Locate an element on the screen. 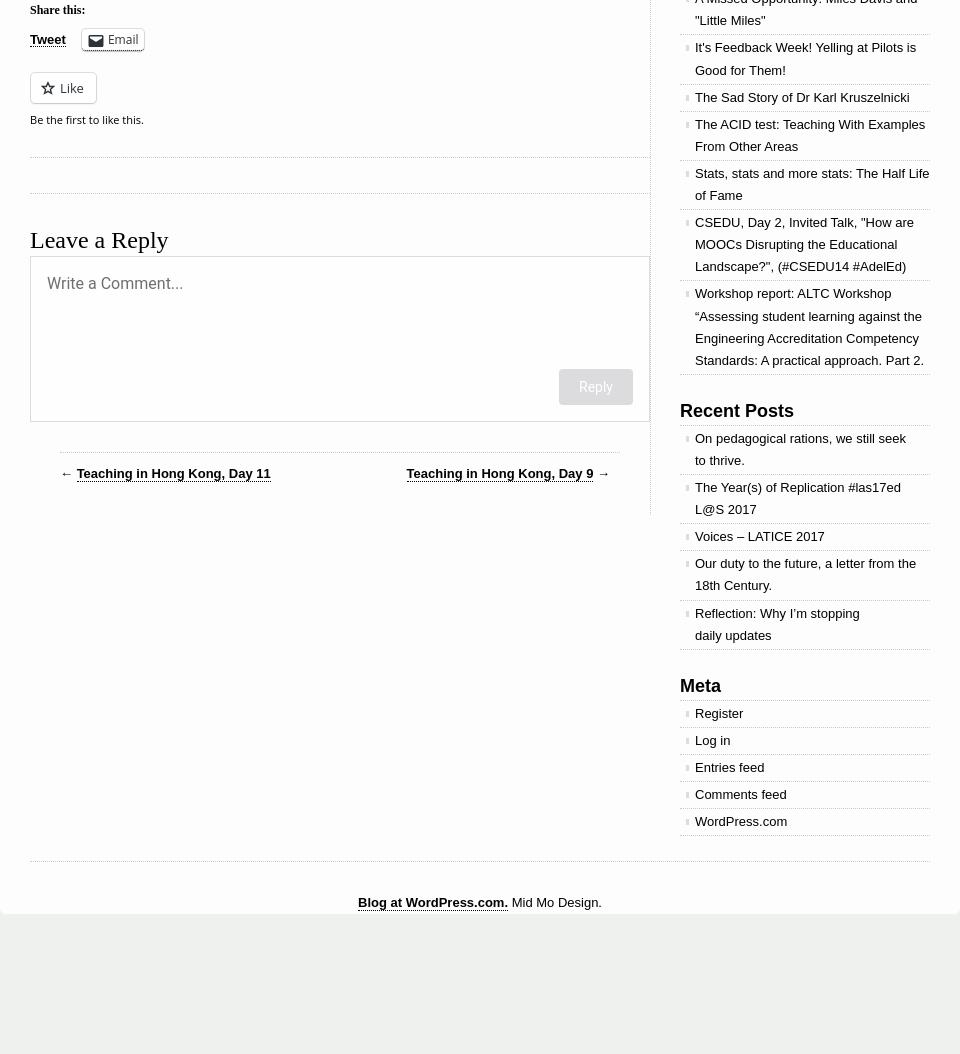 The image size is (960, 1054). 'Mid Mo Design.' is located at coordinates (554, 901).